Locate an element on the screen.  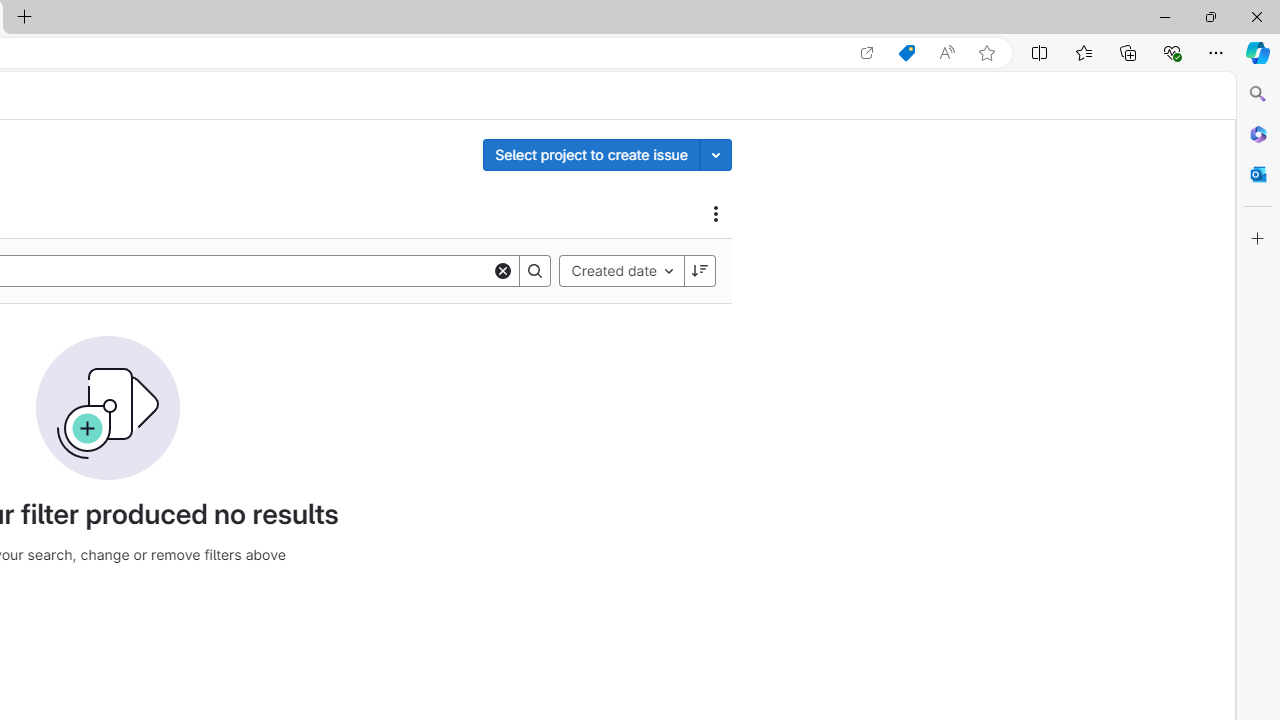
'Sort direction: Descending' is located at coordinates (699, 270).